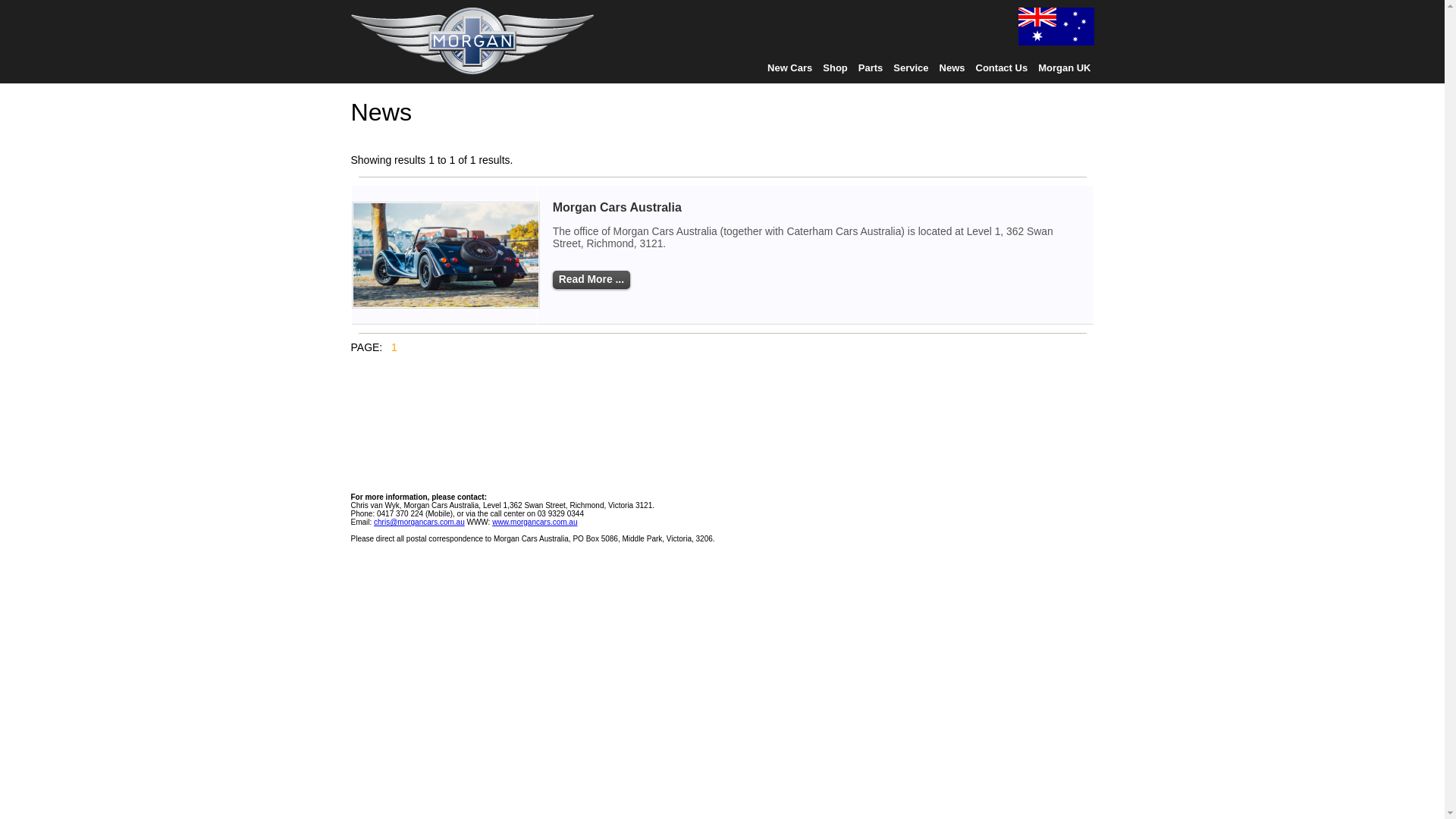  Describe the element at coordinates (871, 67) in the screenshot. I see `'Parts'` at that location.